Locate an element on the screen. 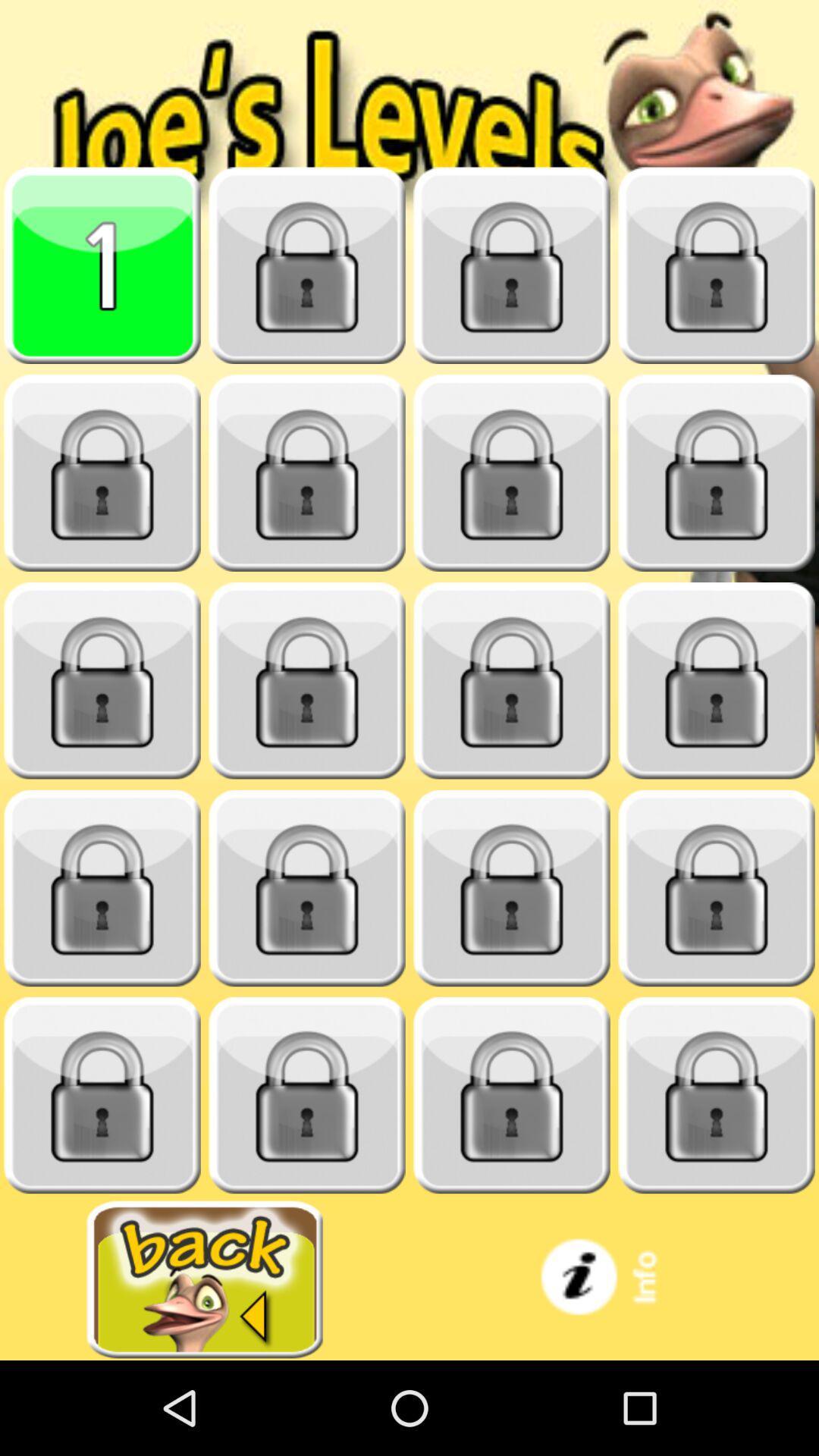  lock option is located at coordinates (717, 888).